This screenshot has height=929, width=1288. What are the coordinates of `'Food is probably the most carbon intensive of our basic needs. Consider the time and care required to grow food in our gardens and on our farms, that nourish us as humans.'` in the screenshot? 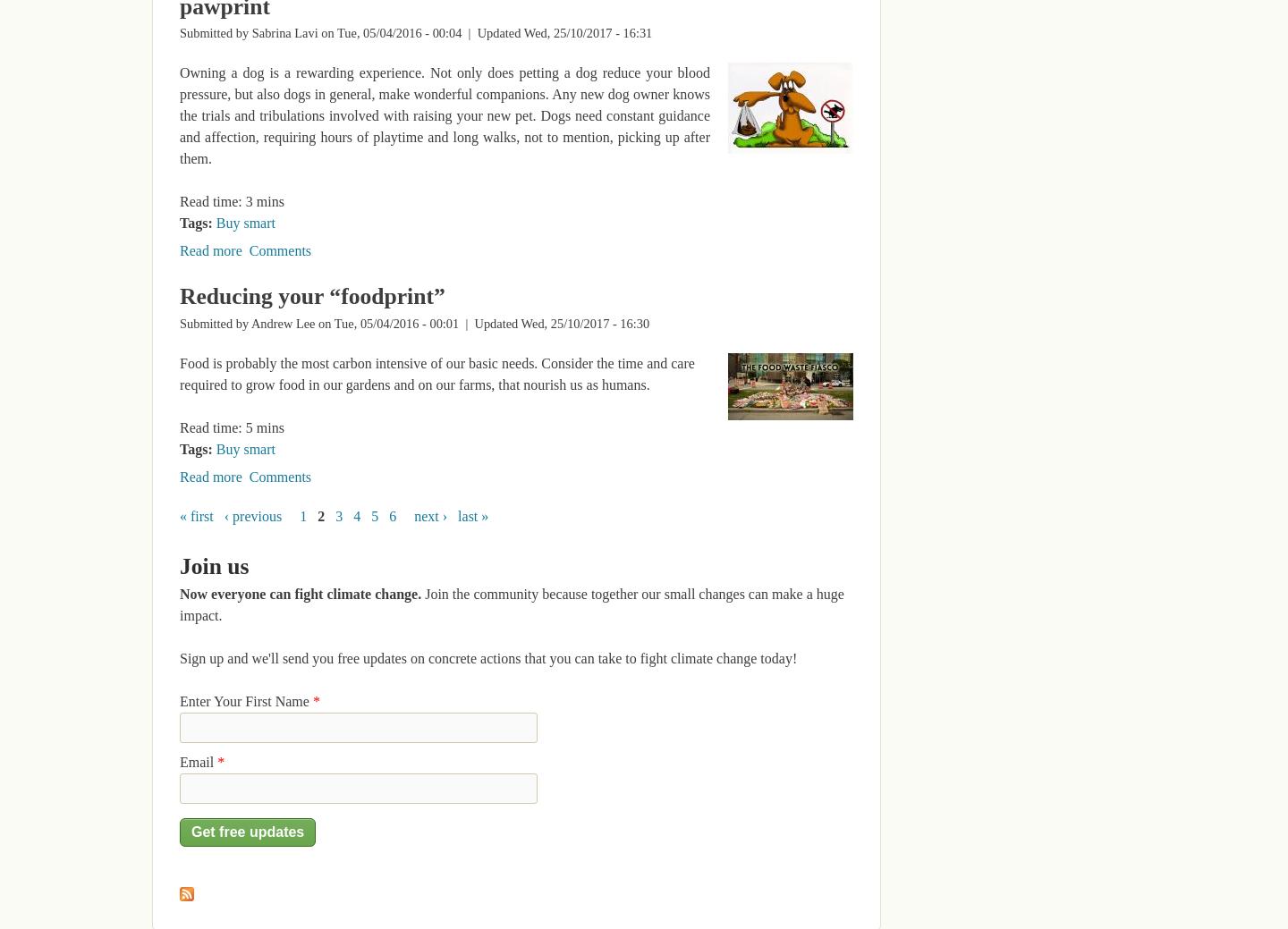 It's located at (436, 372).